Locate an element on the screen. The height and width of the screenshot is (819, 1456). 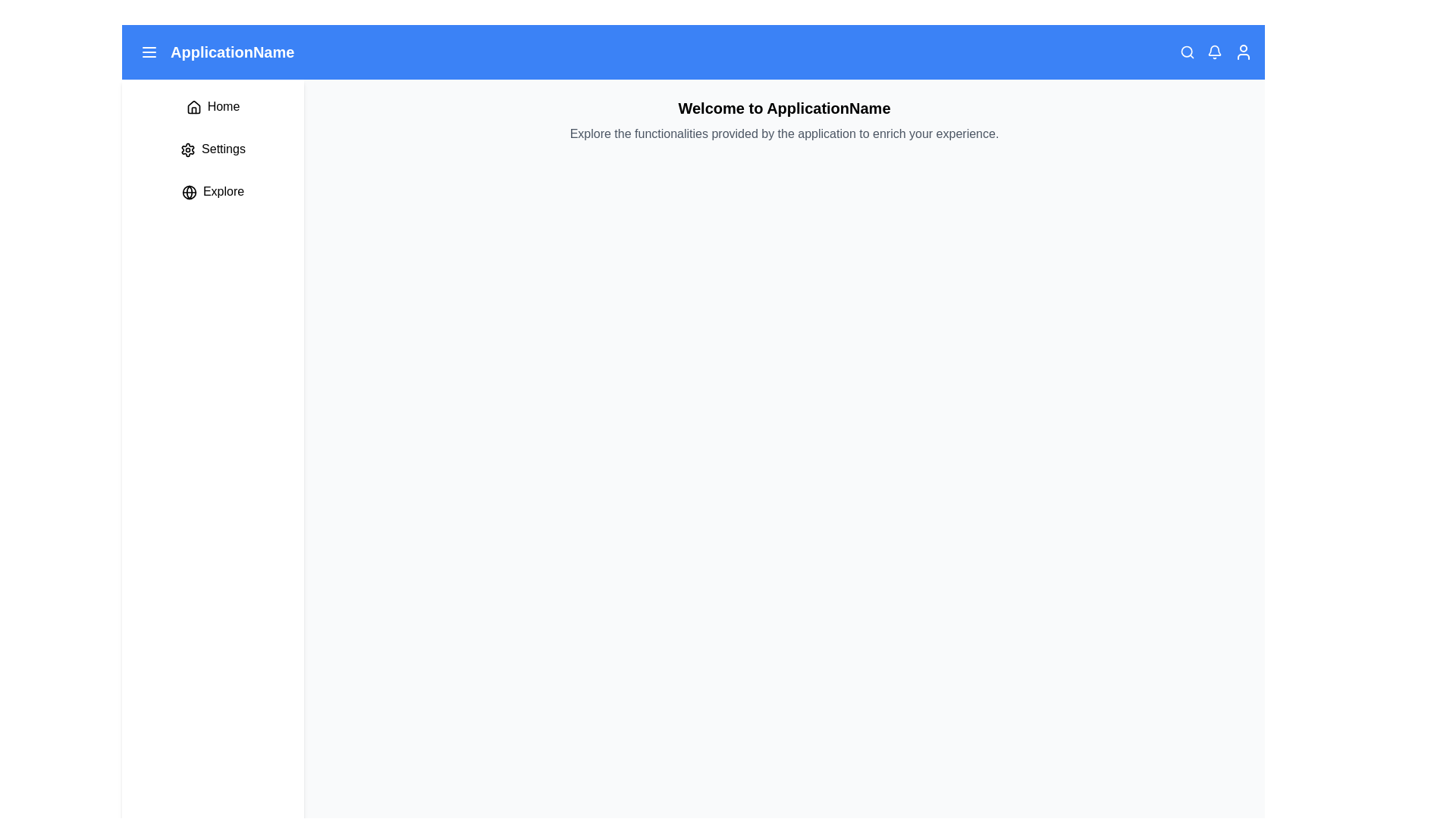
the menu icon consisting of three horizontal white lines, positioned in the blue navigation bar to the left of 'ApplicationName' is located at coordinates (149, 52).